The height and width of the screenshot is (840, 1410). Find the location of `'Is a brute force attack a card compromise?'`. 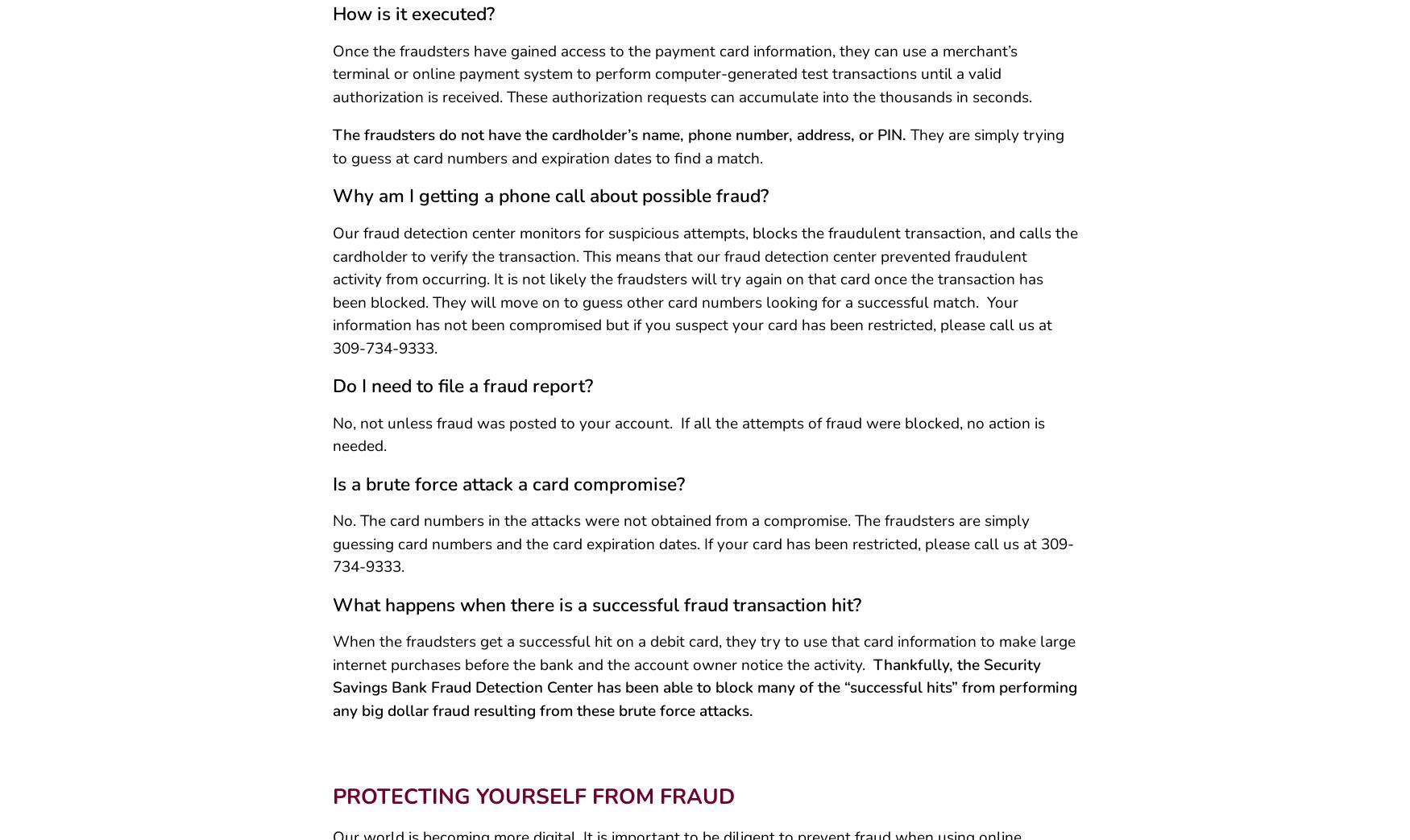

'Is a brute force attack a card compromise?' is located at coordinates (507, 489).